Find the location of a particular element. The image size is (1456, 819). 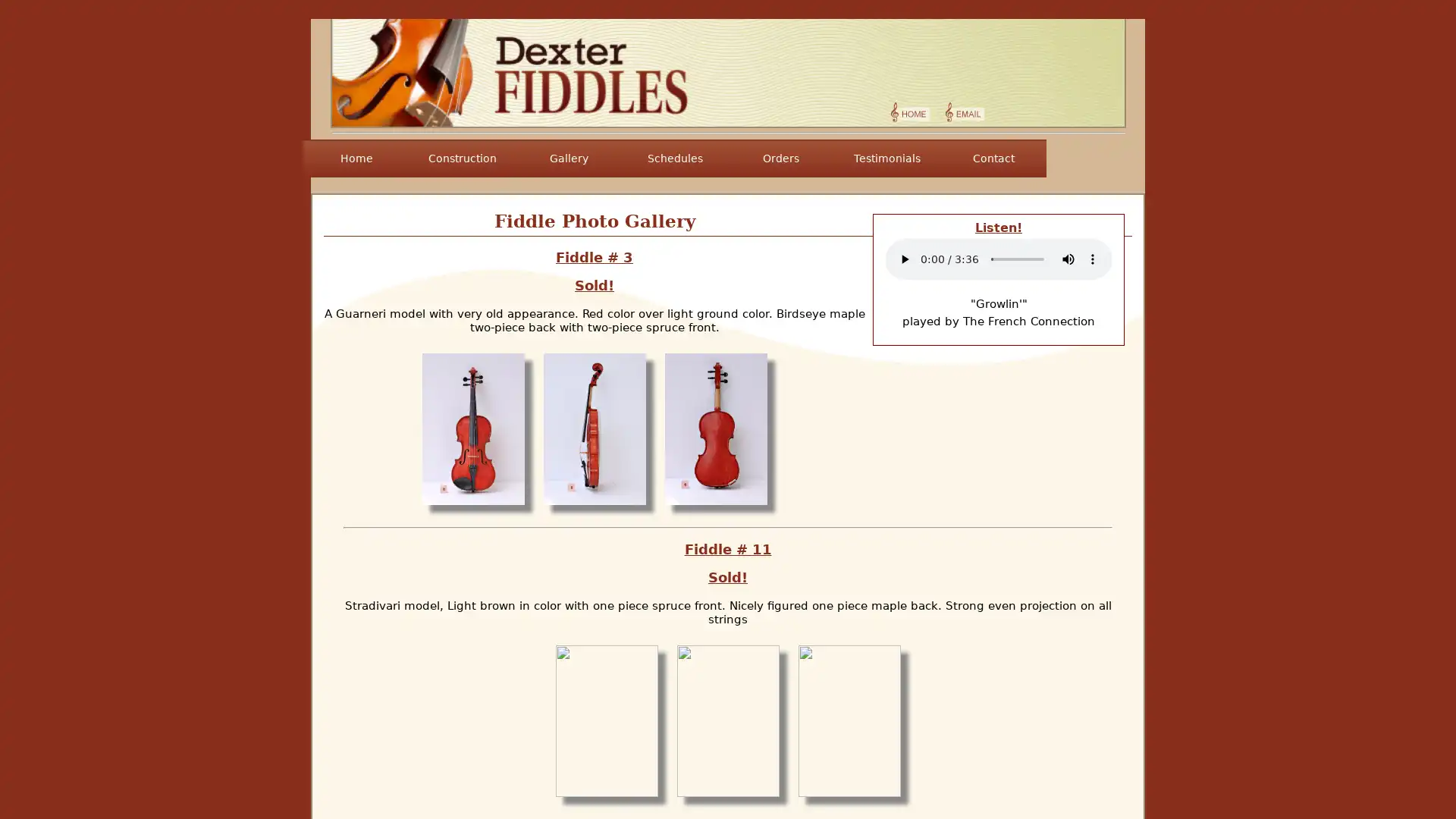

play is located at coordinates (905, 257).